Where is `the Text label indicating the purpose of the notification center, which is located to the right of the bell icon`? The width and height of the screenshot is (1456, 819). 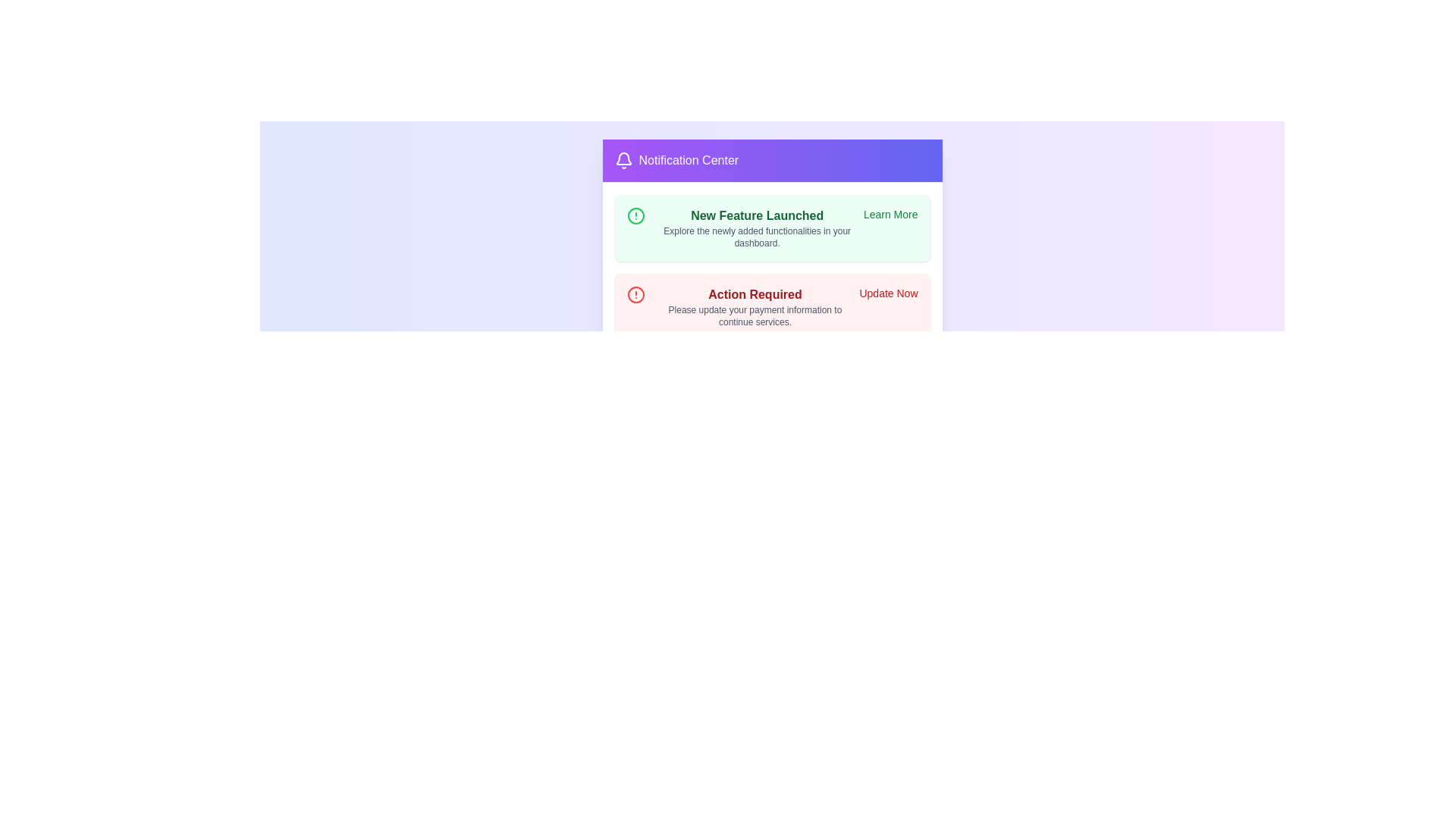 the Text label indicating the purpose of the notification center, which is located to the right of the bell icon is located at coordinates (688, 161).